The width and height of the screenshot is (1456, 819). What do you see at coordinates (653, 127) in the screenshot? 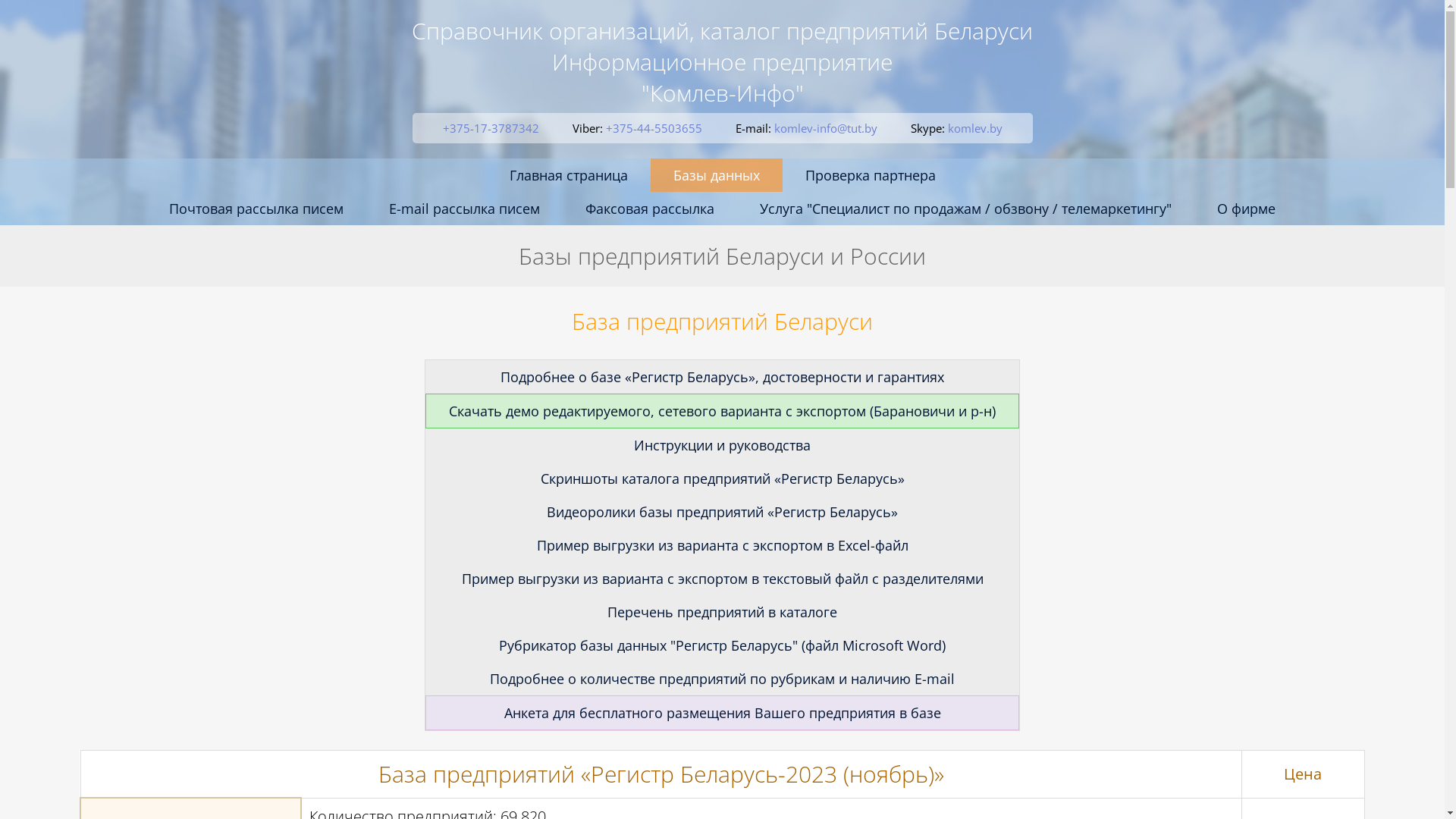
I see `'+375-44-5503655'` at bounding box center [653, 127].